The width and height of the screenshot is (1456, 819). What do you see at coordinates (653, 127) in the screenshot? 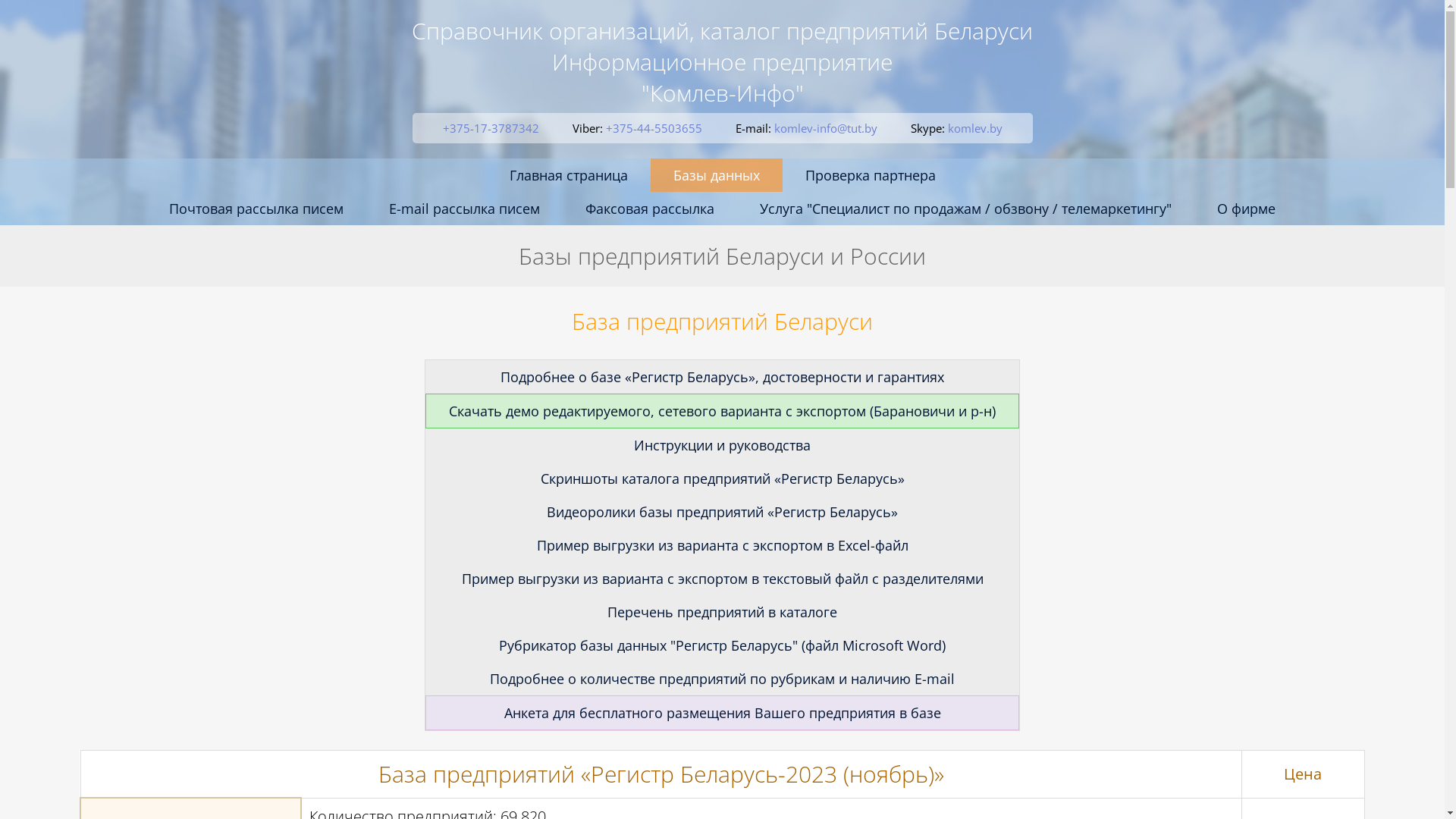
I see `'+375-44-5503655'` at bounding box center [653, 127].